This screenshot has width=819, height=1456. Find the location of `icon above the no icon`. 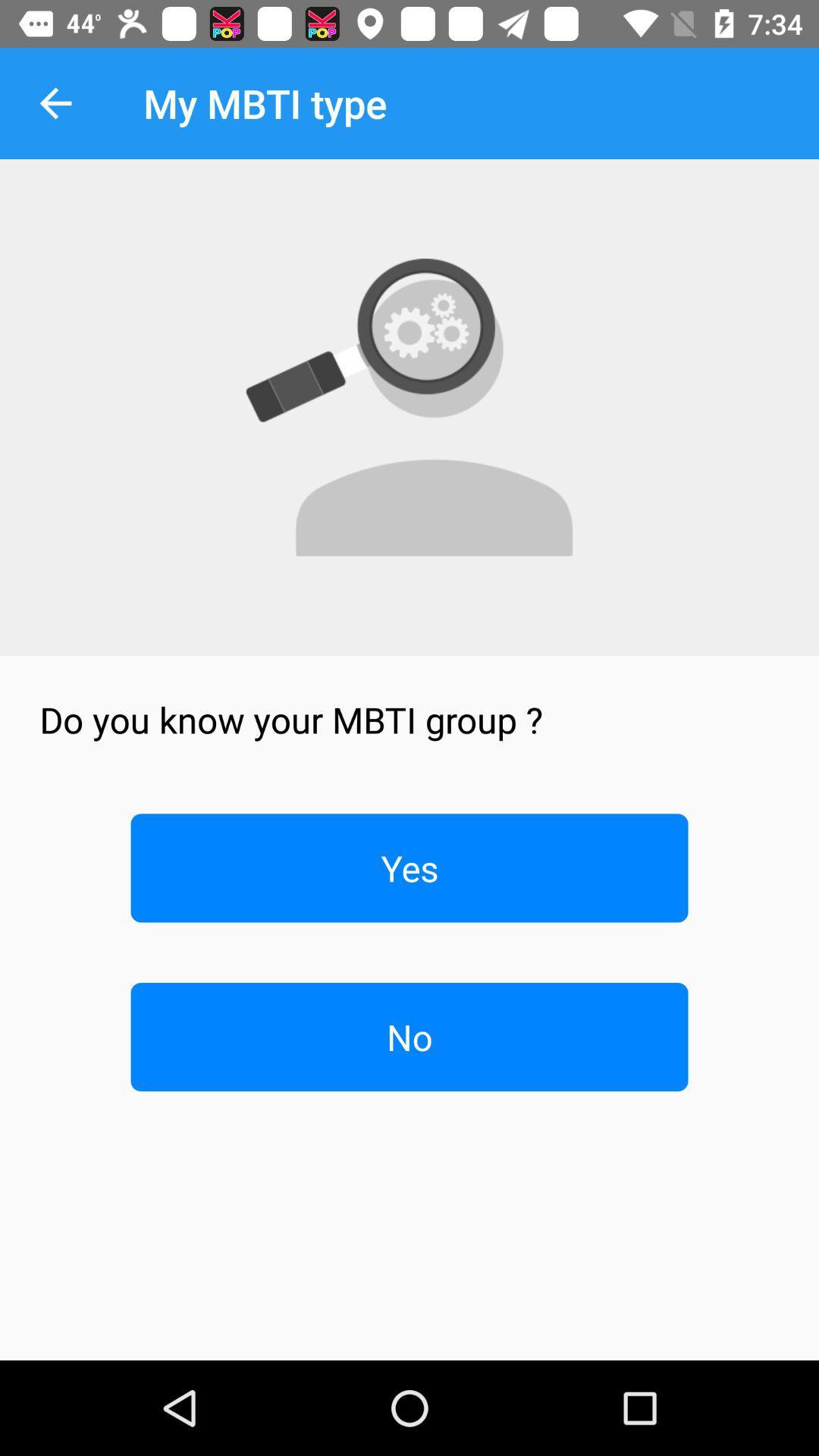

icon above the no icon is located at coordinates (409, 868).